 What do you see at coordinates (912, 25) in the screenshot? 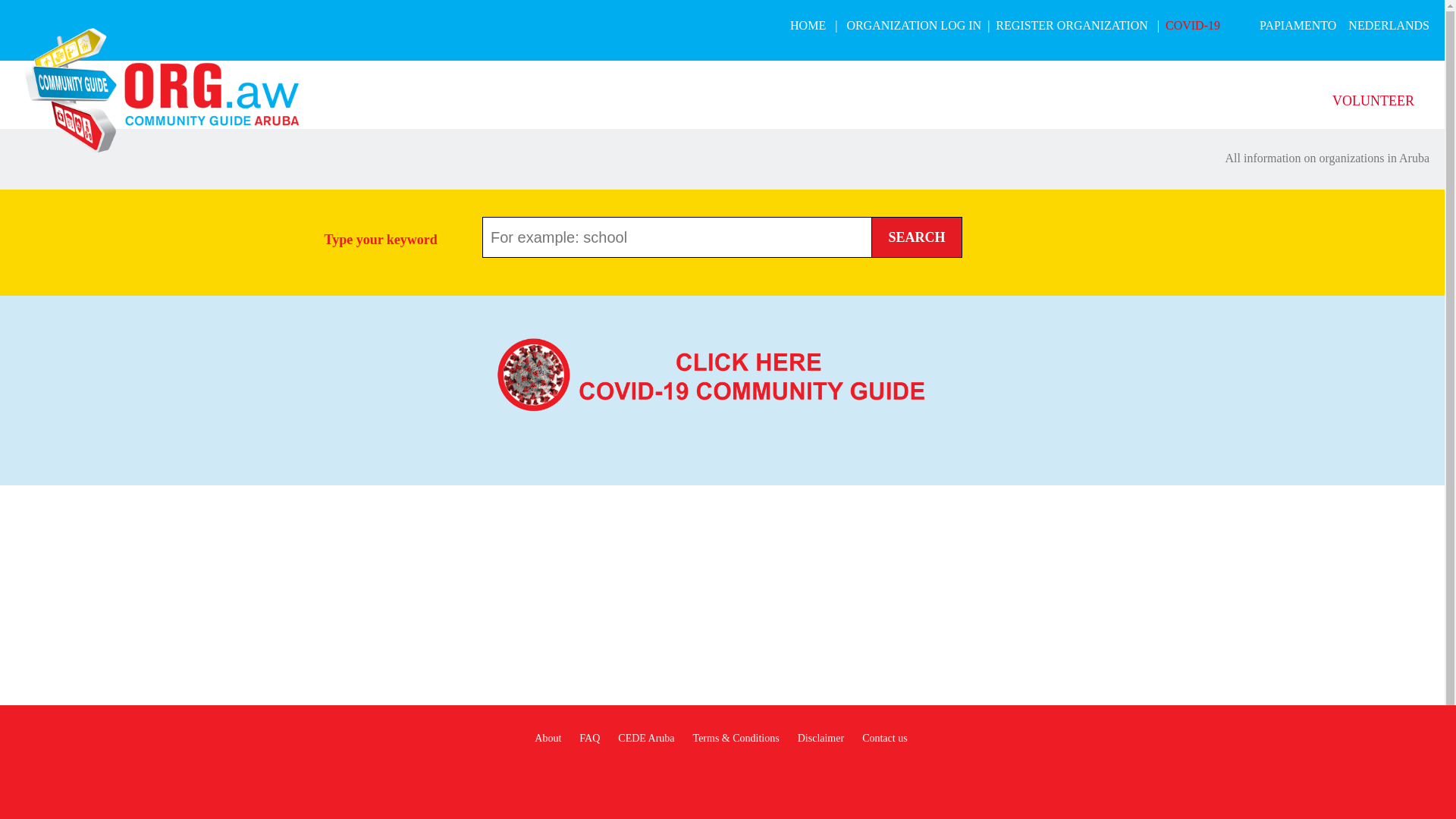
I see `'ORGANIZATION LOG IN'` at bounding box center [912, 25].